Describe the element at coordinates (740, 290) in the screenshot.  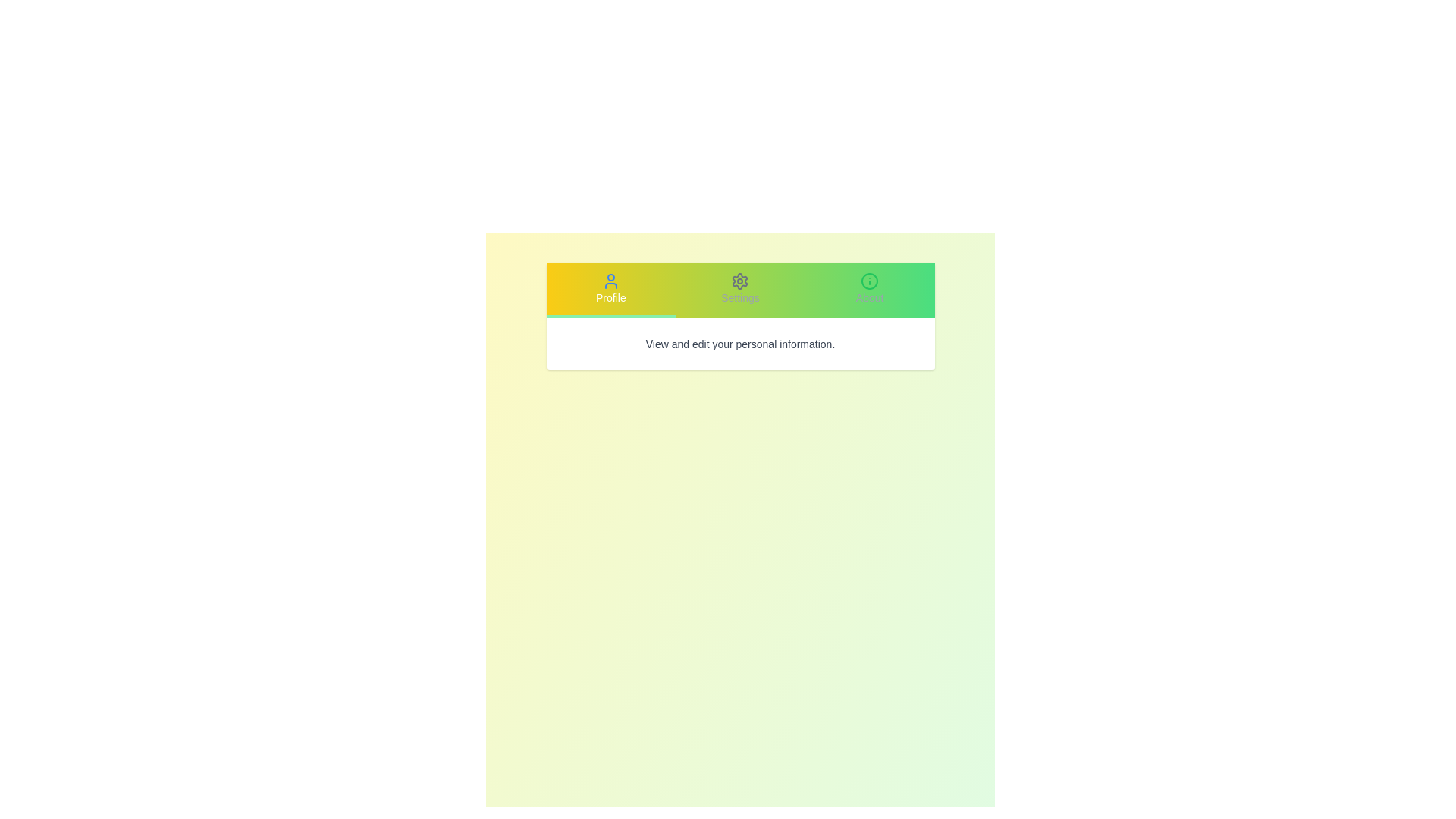
I see `the 'Settings' tab to view its content` at that location.